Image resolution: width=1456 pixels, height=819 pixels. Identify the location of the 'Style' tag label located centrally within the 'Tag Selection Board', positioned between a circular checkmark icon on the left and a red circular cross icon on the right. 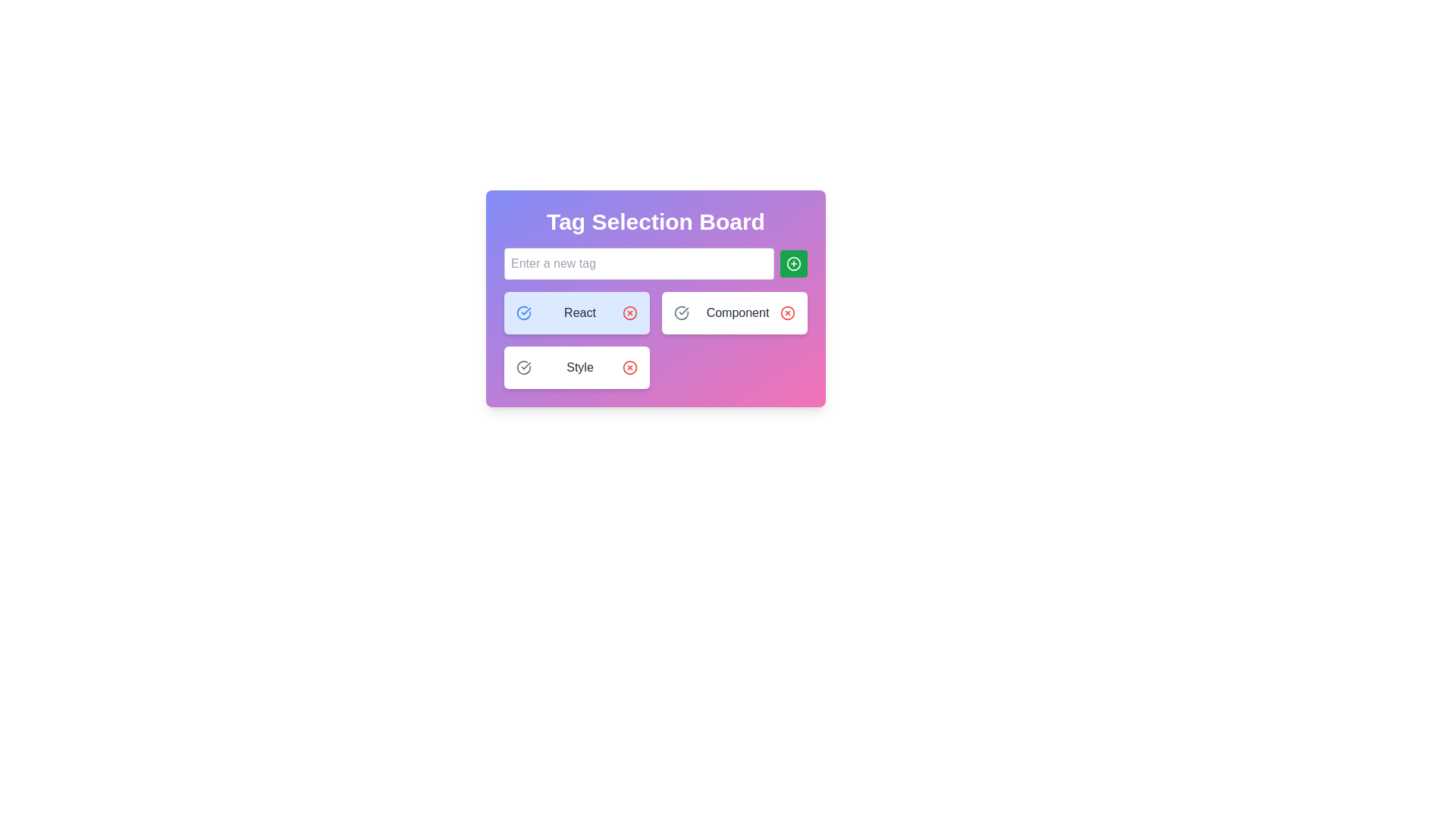
(579, 368).